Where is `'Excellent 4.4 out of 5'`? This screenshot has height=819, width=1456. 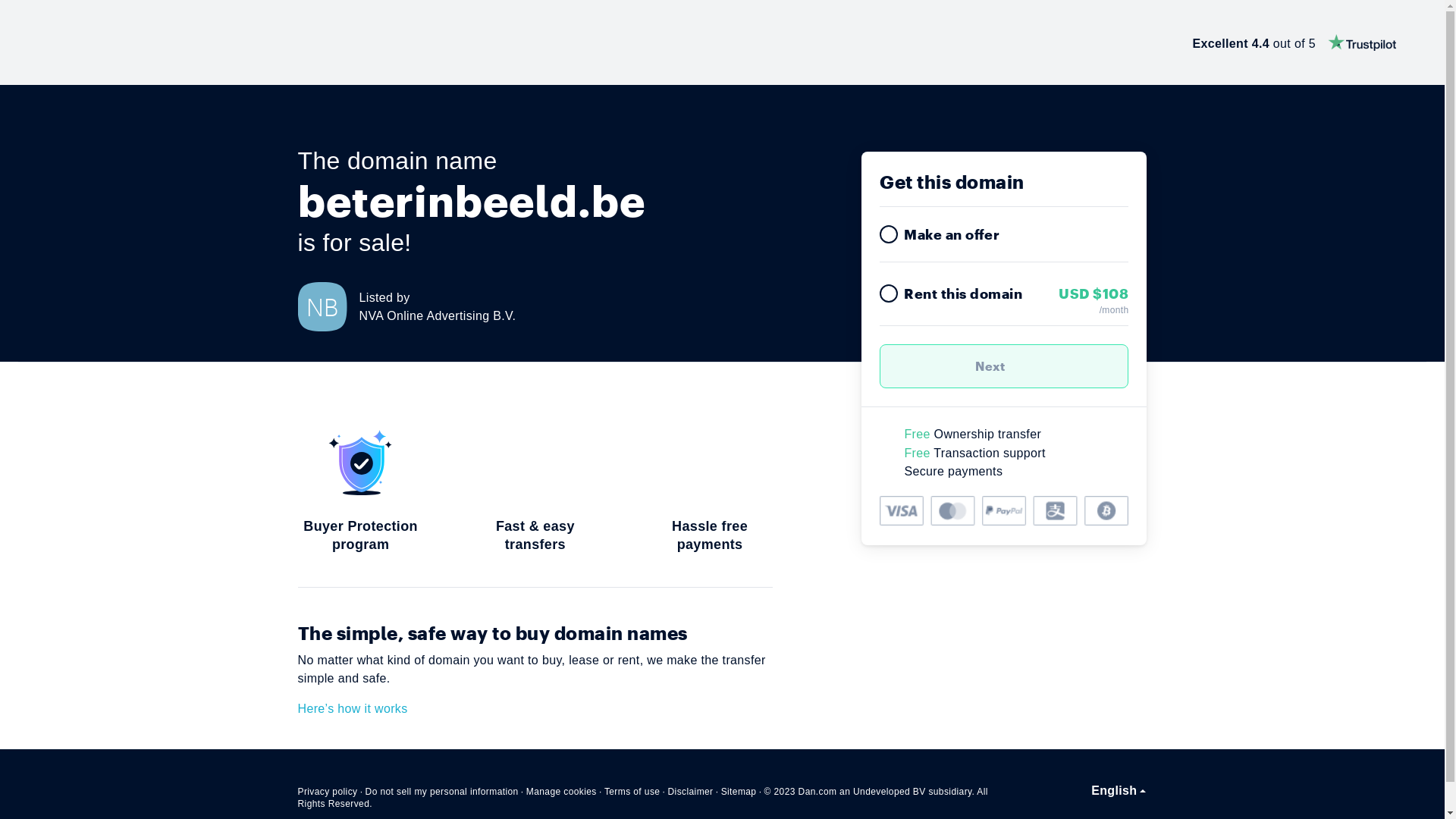 'Excellent 4.4 out of 5' is located at coordinates (1294, 42).